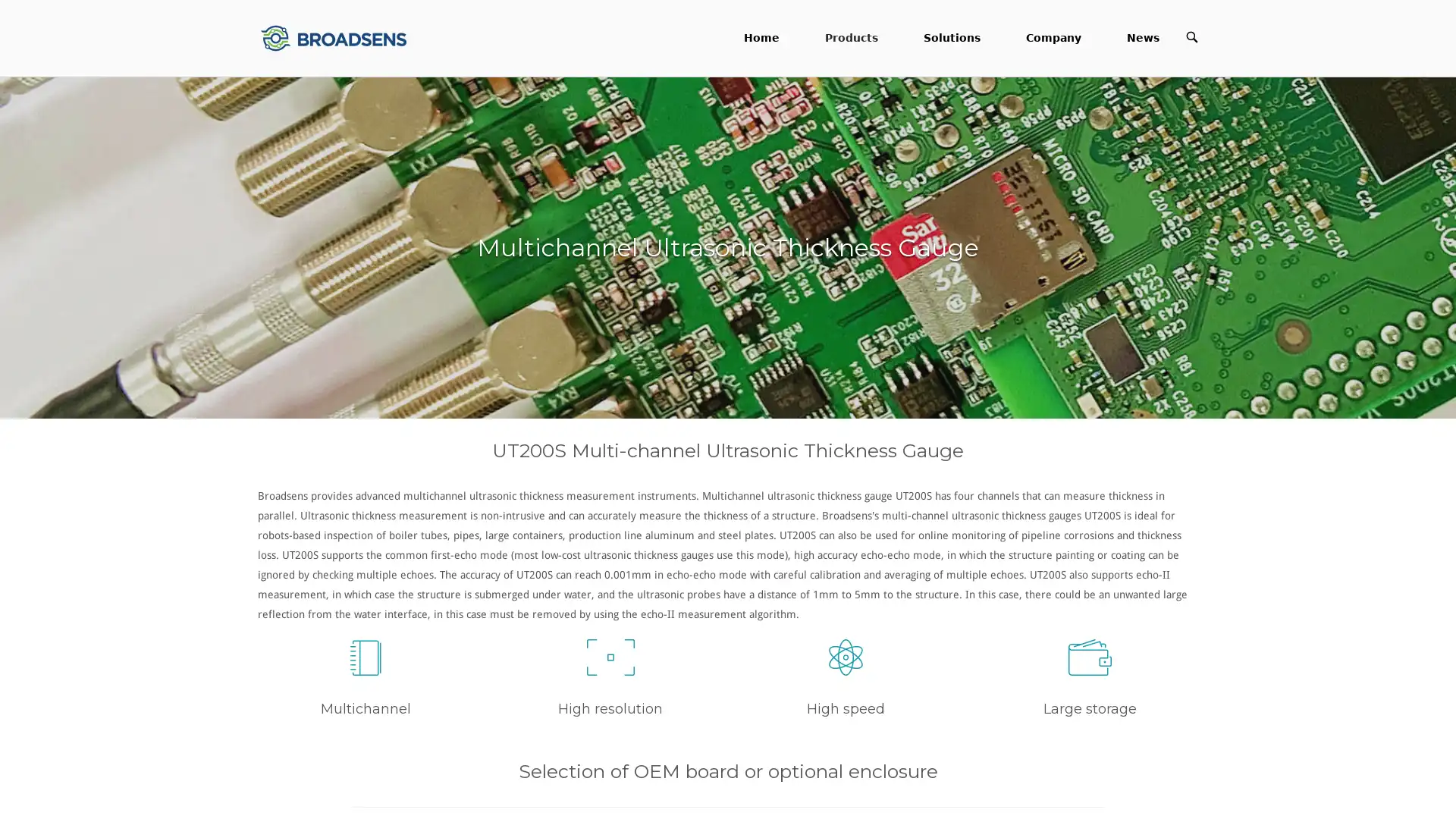  I want to click on OPEN SEARCH BAR, so click(1191, 36).